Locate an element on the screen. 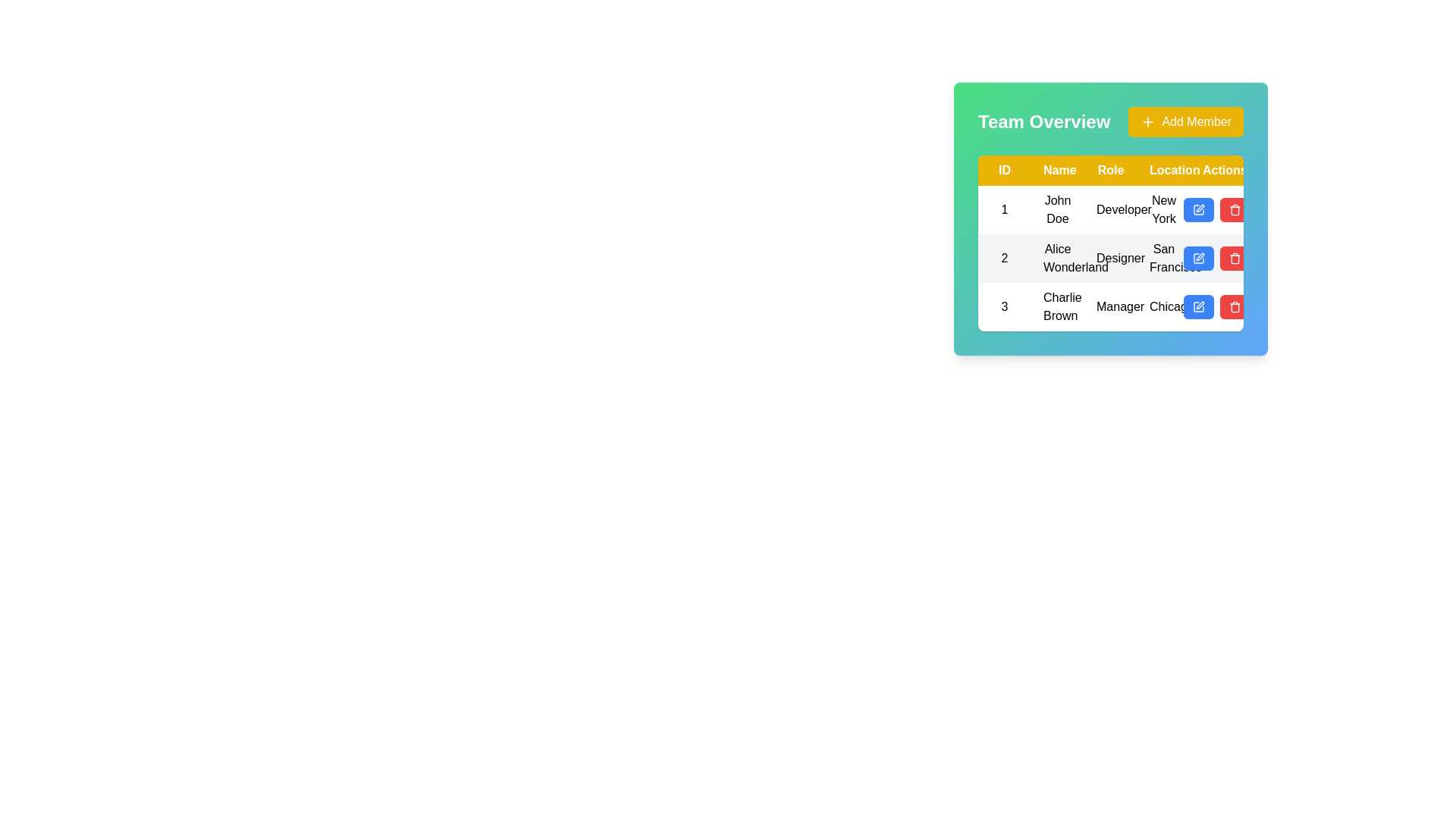 Image resolution: width=1456 pixels, height=819 pixels. the blue rectangular button with a pencil icon located in the Actions column of the third row for 'Charlie Brown' is located at coordinates (1197, 307).